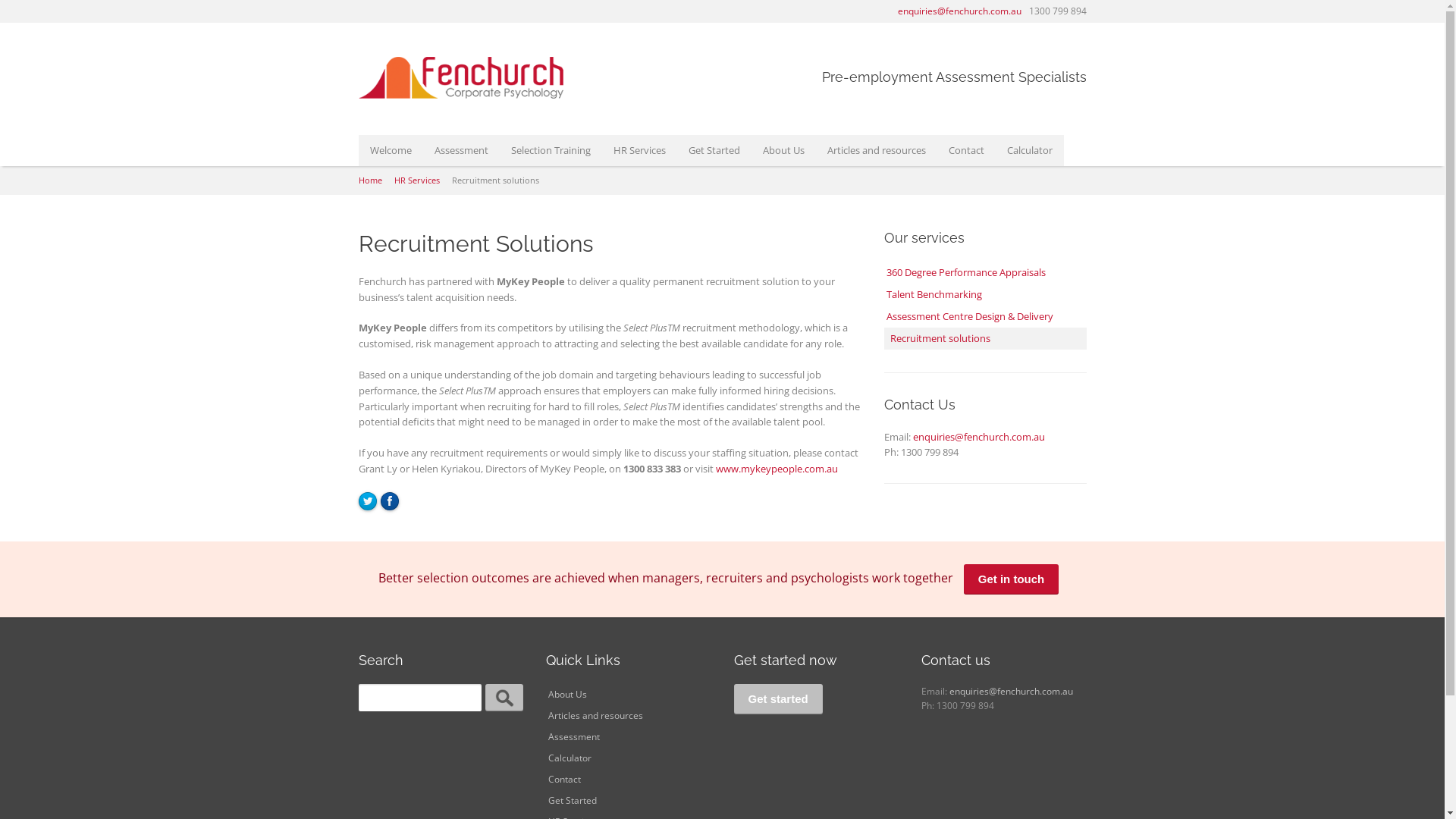 Image resolution: width=1456 pixels, height=819 pixels. Describe the element at coordinates (369, 179) in the screenshot. I see `'Home'` at that location.